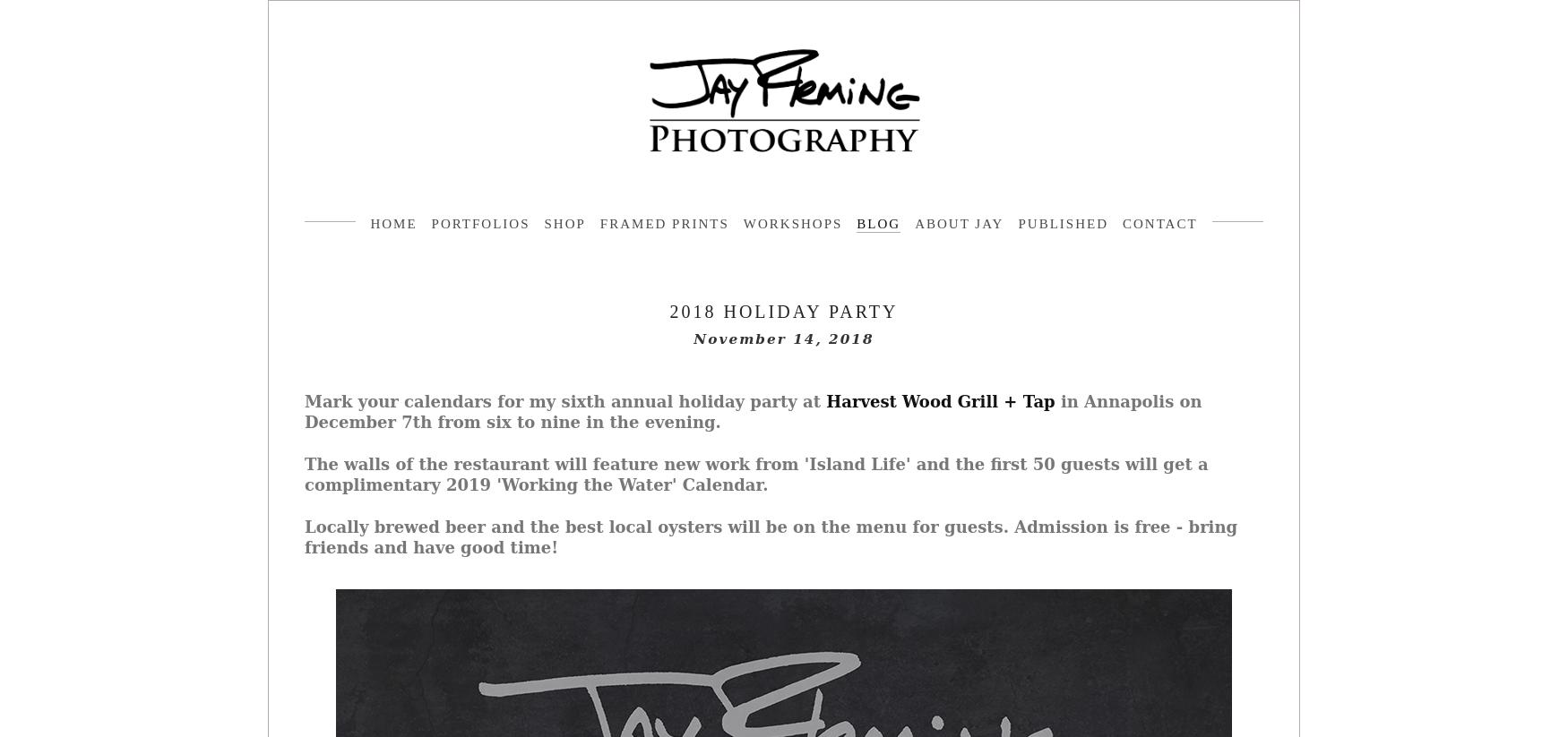 The width and height of the screenshot is (1568, 737). I want to click on 'Framed Prints', so click(663, 223).